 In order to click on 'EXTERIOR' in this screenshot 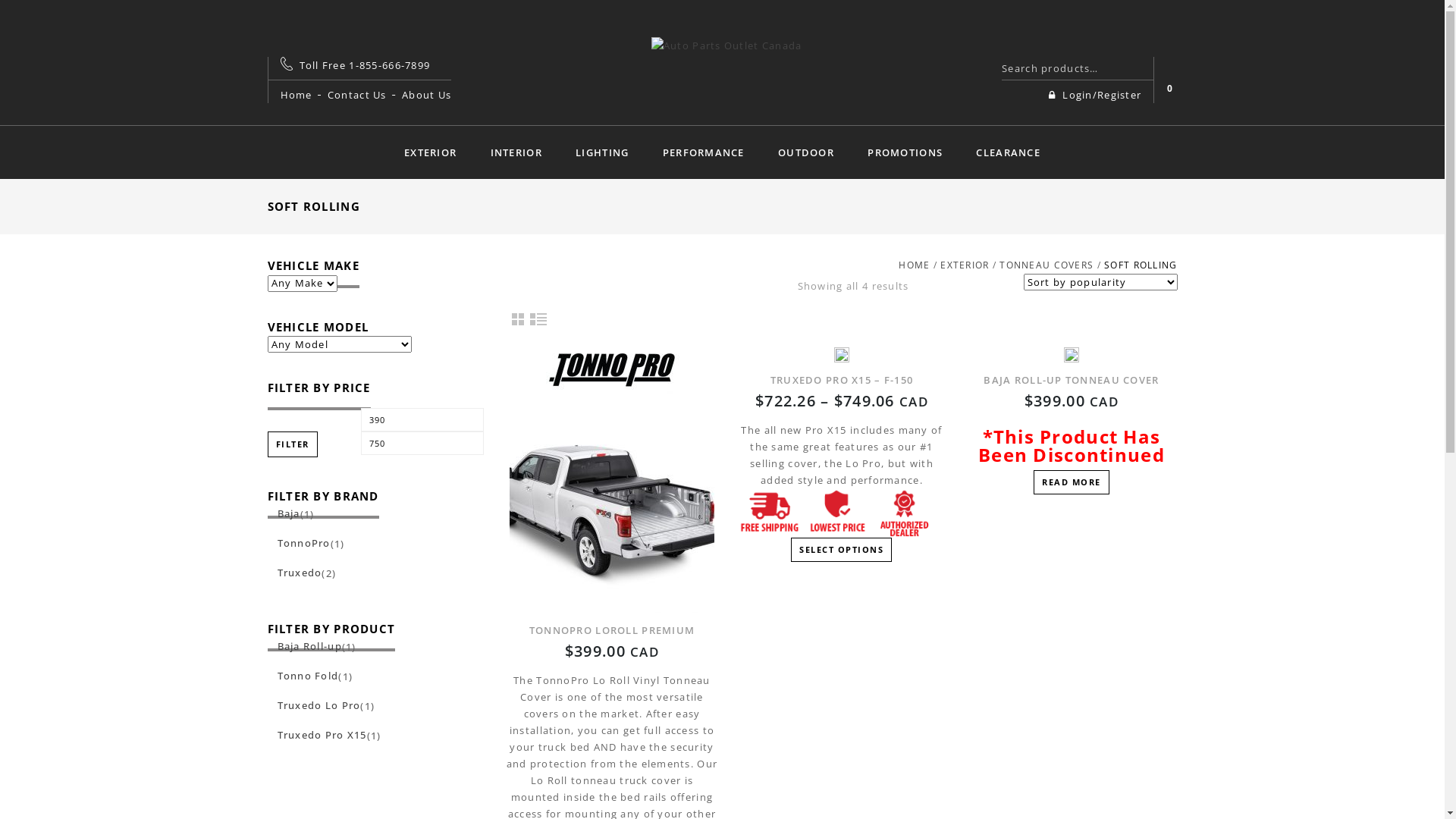, I will do `click(429, 152)`.